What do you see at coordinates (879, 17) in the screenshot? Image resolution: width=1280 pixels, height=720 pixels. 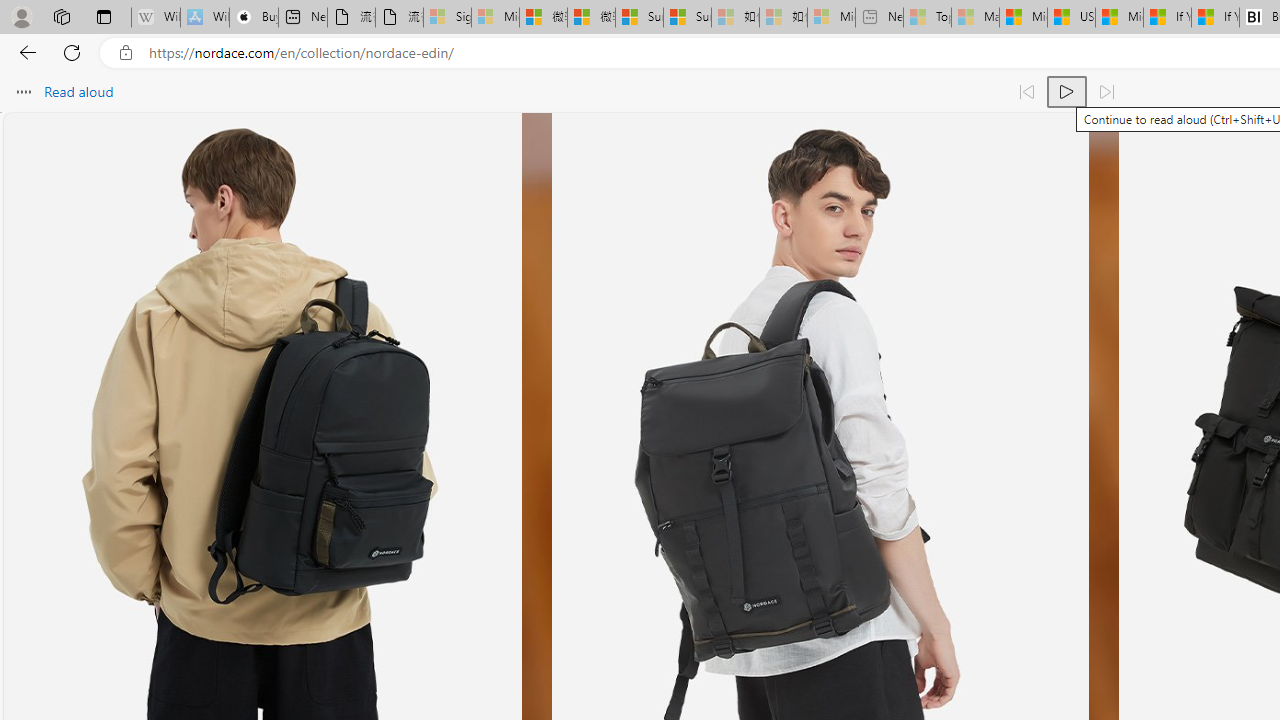 I see `'New tab - Sleeping'` at bounding box center [879, 17].